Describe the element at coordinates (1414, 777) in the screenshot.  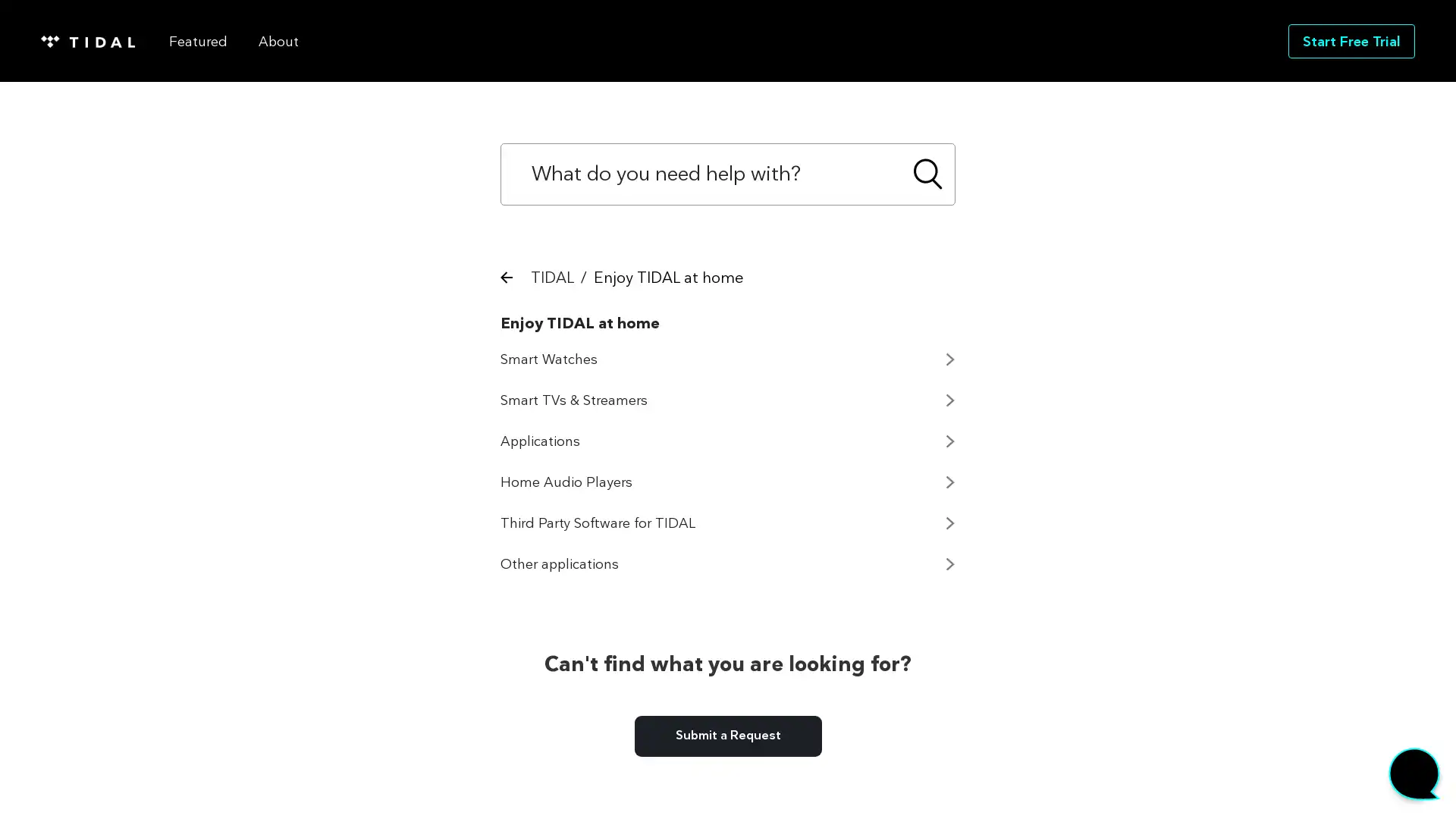
I see `Start chat` at that location.